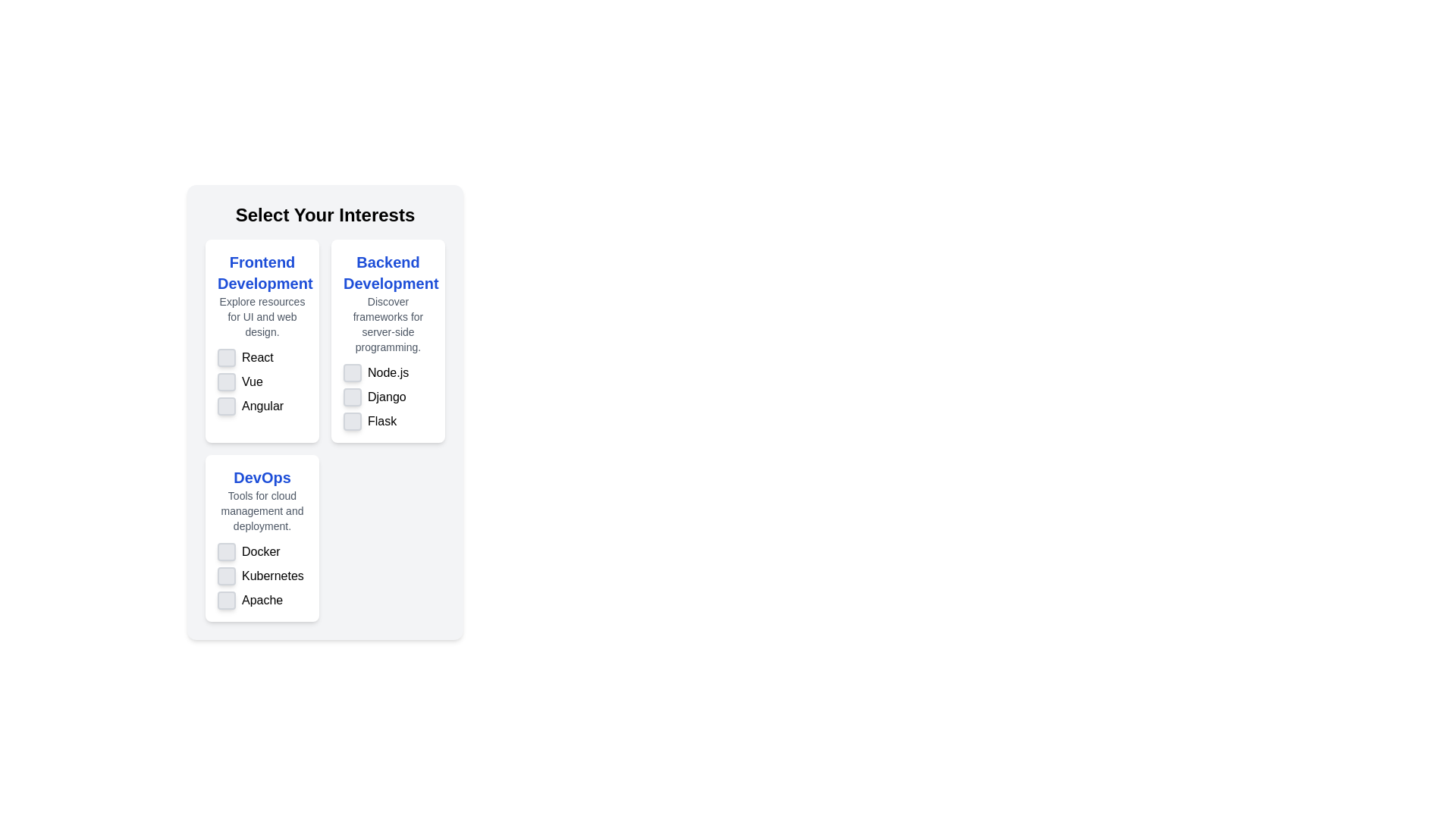 This screenshot has height=819, width=1456. Describe the element at coordinates (388, 421) in the screenshot. I see `the checkbox labeled 'Flask'` at that location.